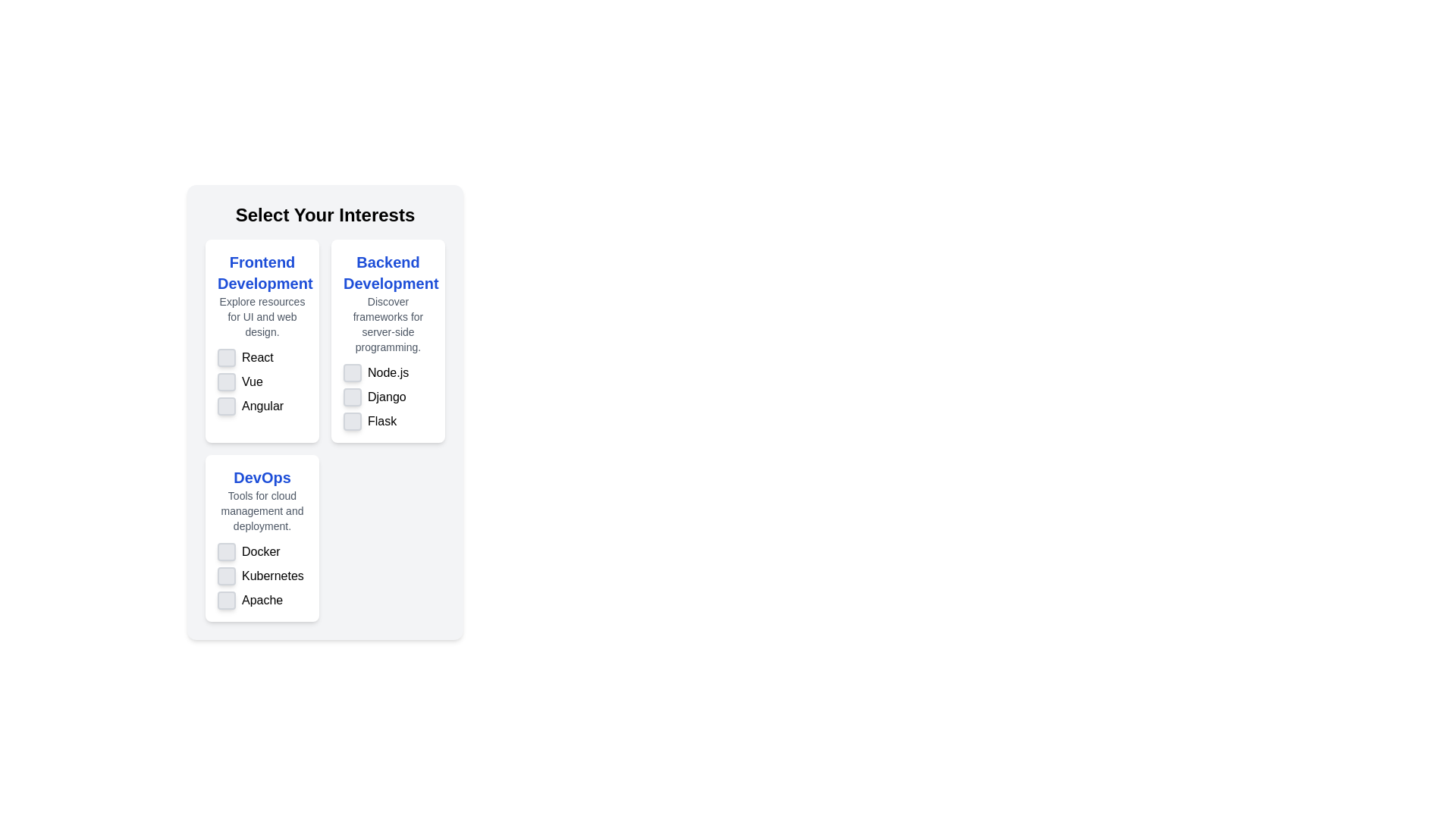 This screenshot has height=819, width=1456. Describe the element at coordinates (388, 421) in the screenshot. I see `the checkbox labeled 'Flask'` at that location.